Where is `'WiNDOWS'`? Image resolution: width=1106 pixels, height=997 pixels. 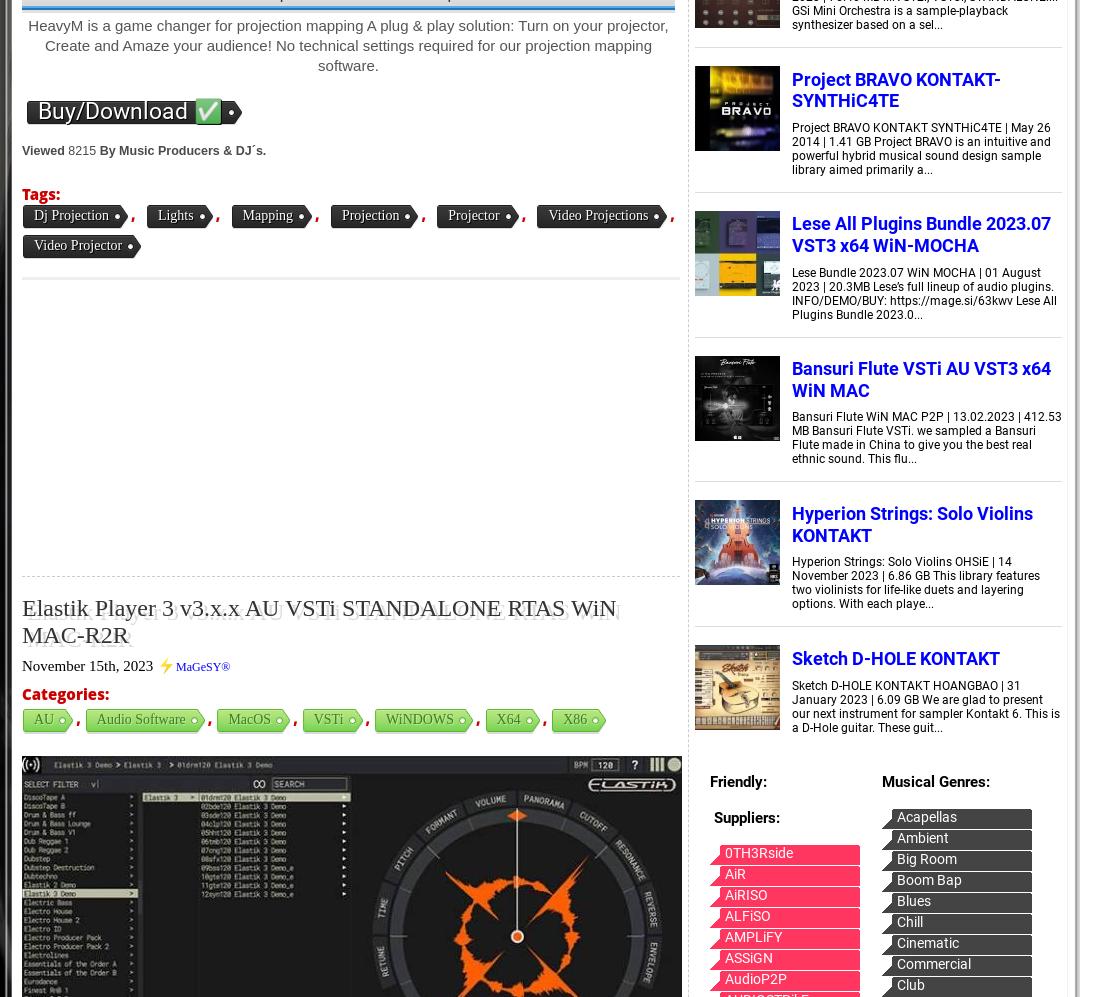
'WiNDOWS' is located at coordinates (419, 718).